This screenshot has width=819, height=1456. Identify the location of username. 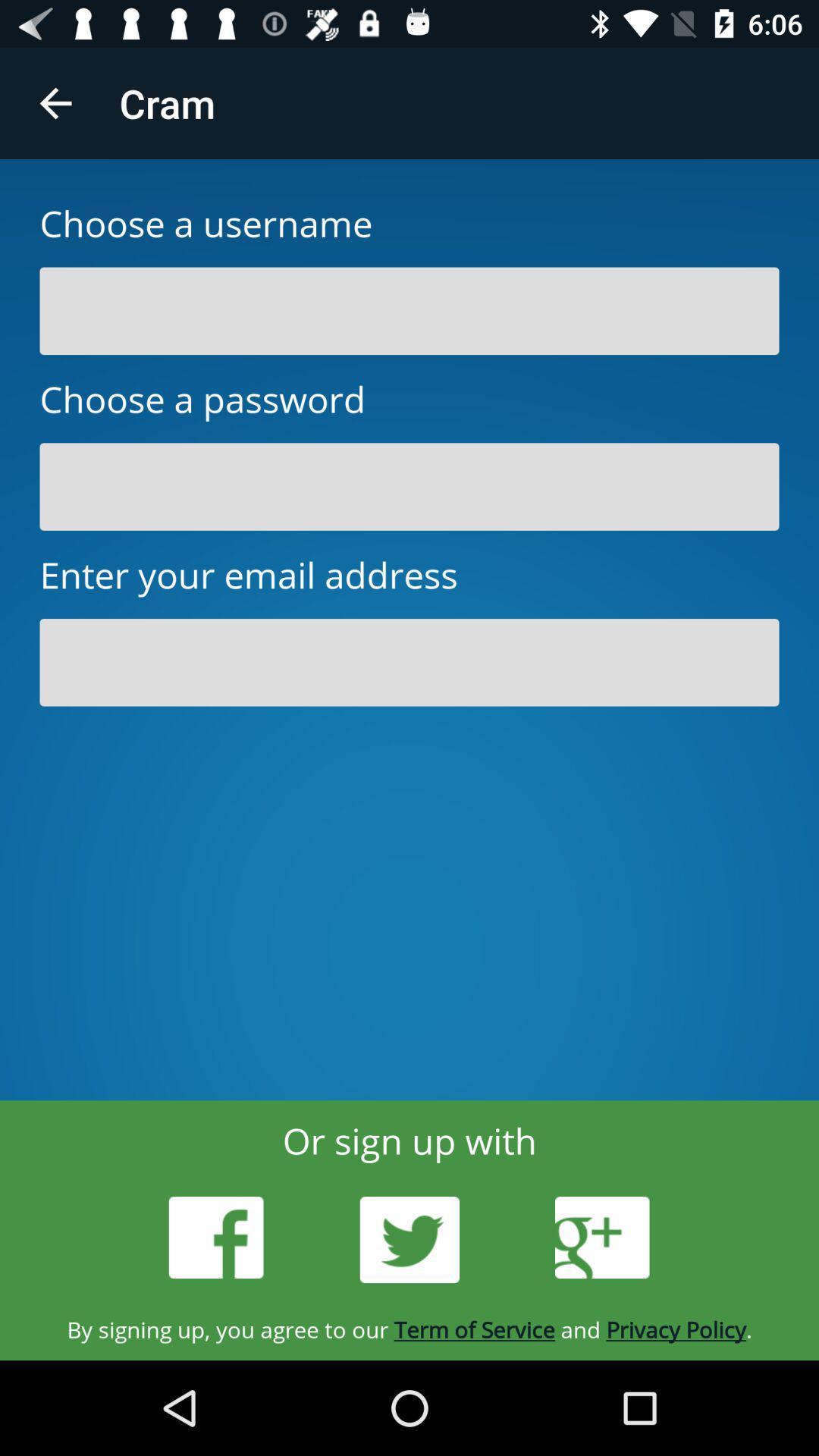
(409, 310).